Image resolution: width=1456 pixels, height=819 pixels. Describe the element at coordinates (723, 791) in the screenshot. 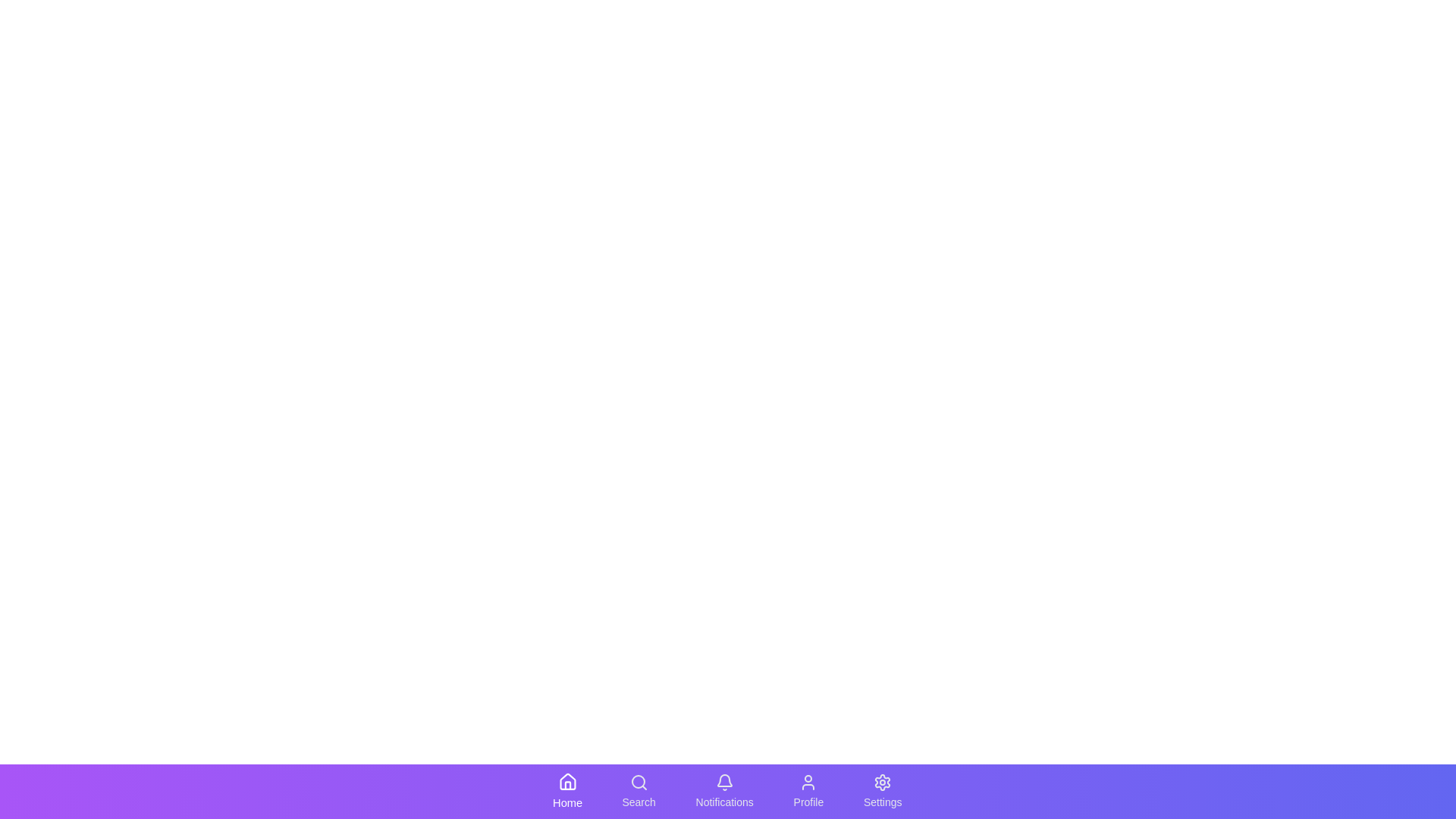

I see `the navigation icon labeled Notifications` at that location.